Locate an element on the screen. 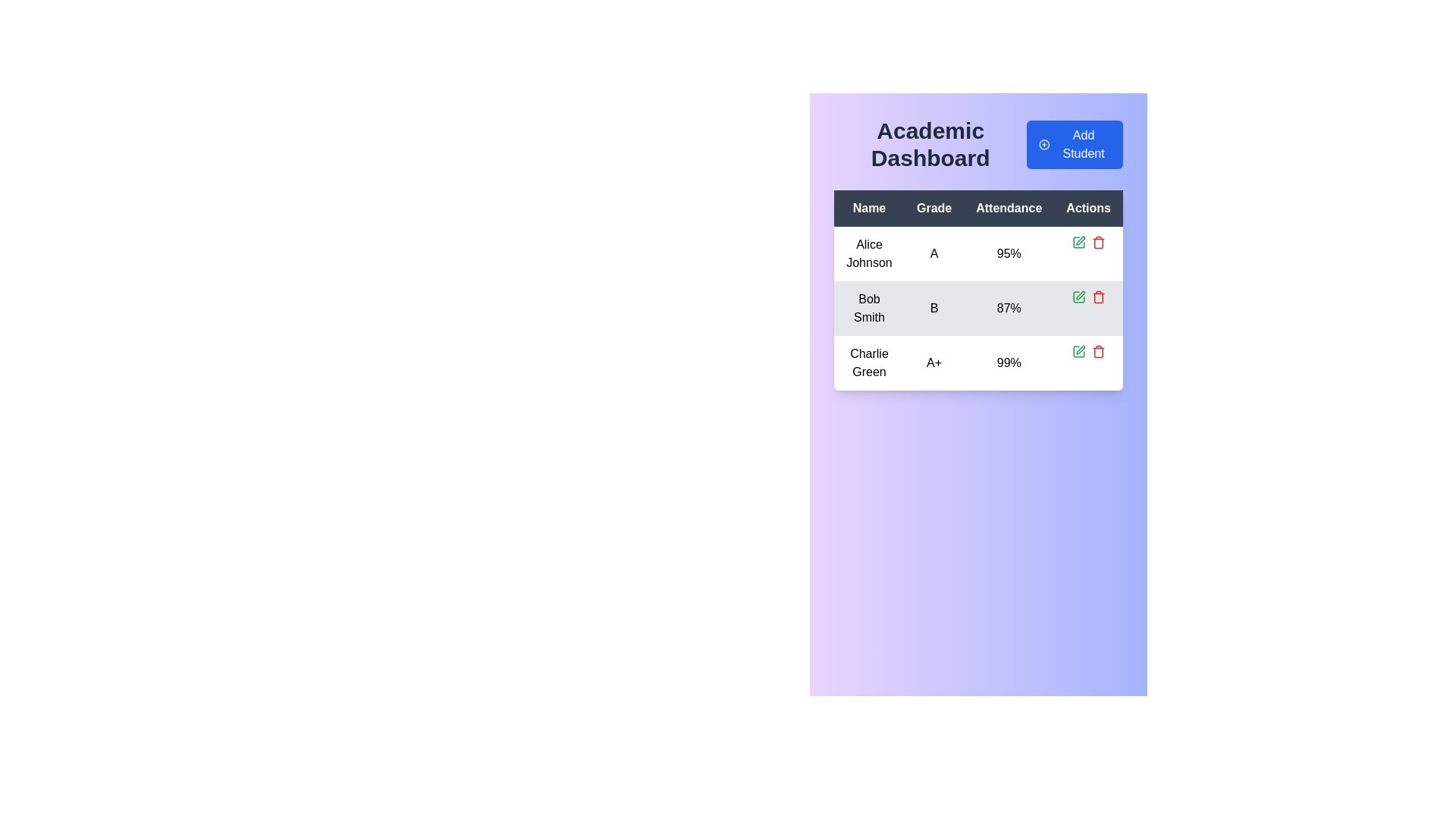  the table row displaying information about 'Charlie Green', which includes their grade 'A+' and attendance '99%', located as the third row in the table is located at coordinates (978, 362).